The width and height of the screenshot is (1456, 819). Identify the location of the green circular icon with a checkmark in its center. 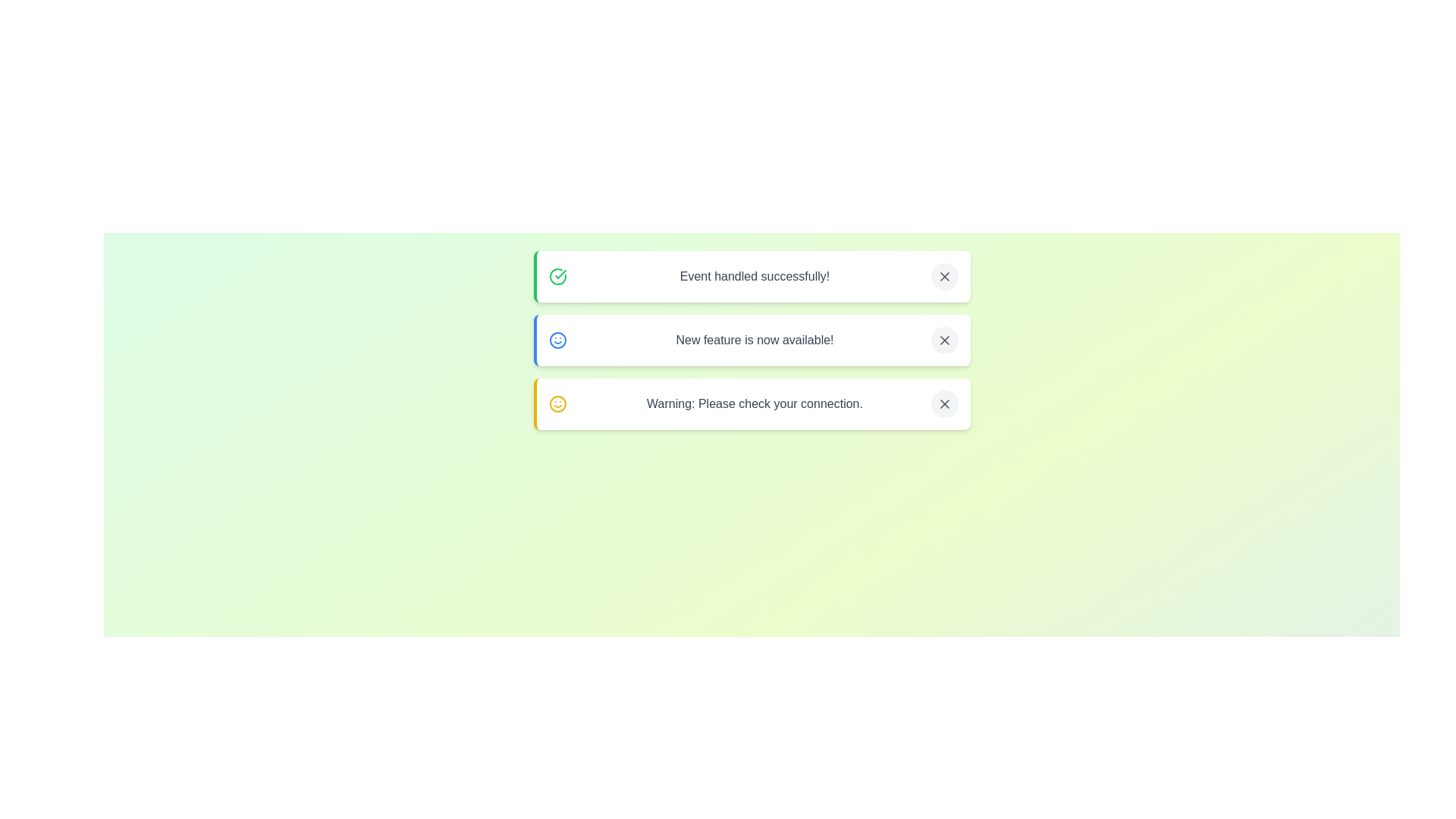
(557, 277).